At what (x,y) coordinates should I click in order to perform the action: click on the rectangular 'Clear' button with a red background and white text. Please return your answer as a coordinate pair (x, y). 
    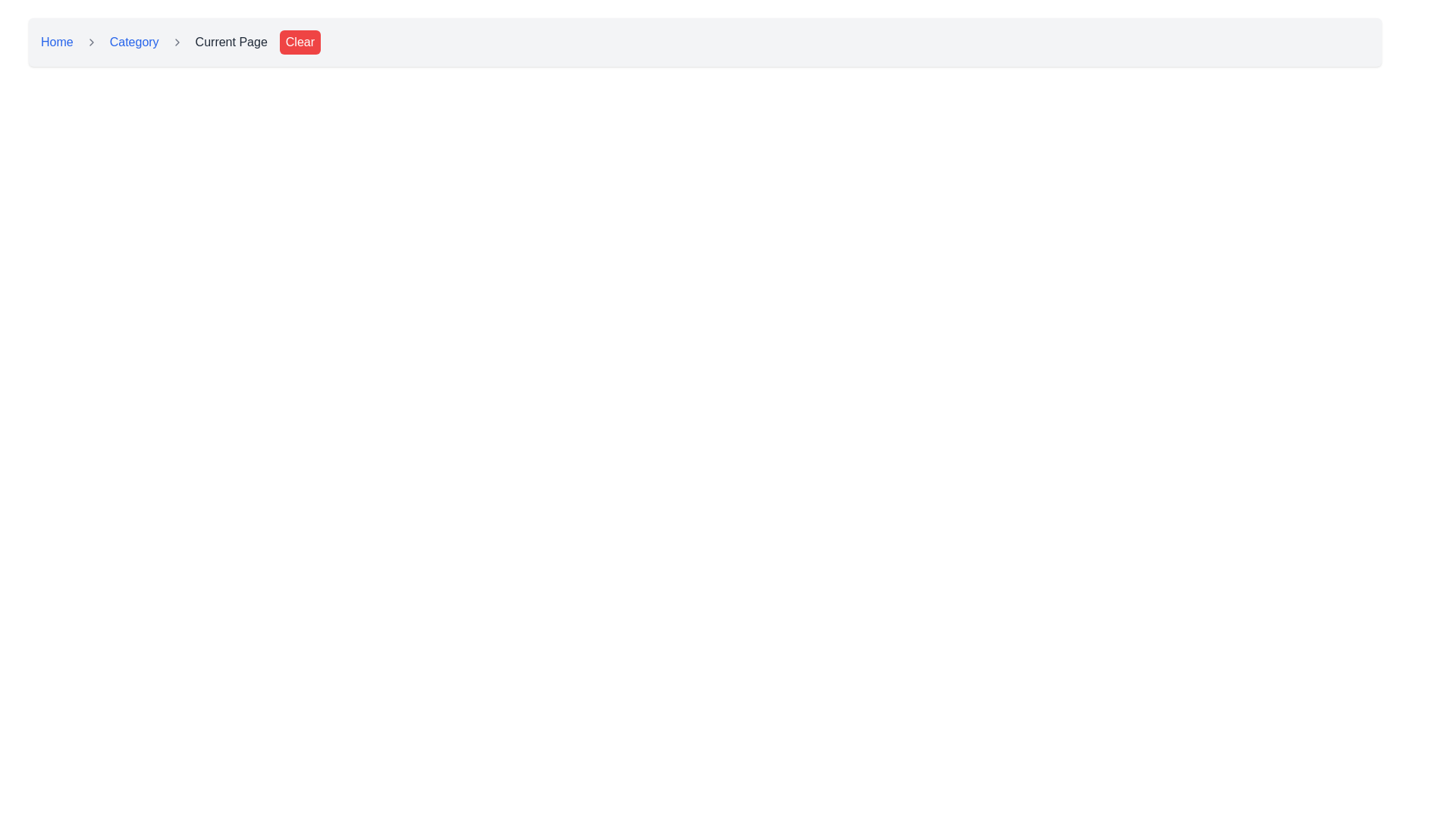
    Looking at the image, I should click on (300, 42).